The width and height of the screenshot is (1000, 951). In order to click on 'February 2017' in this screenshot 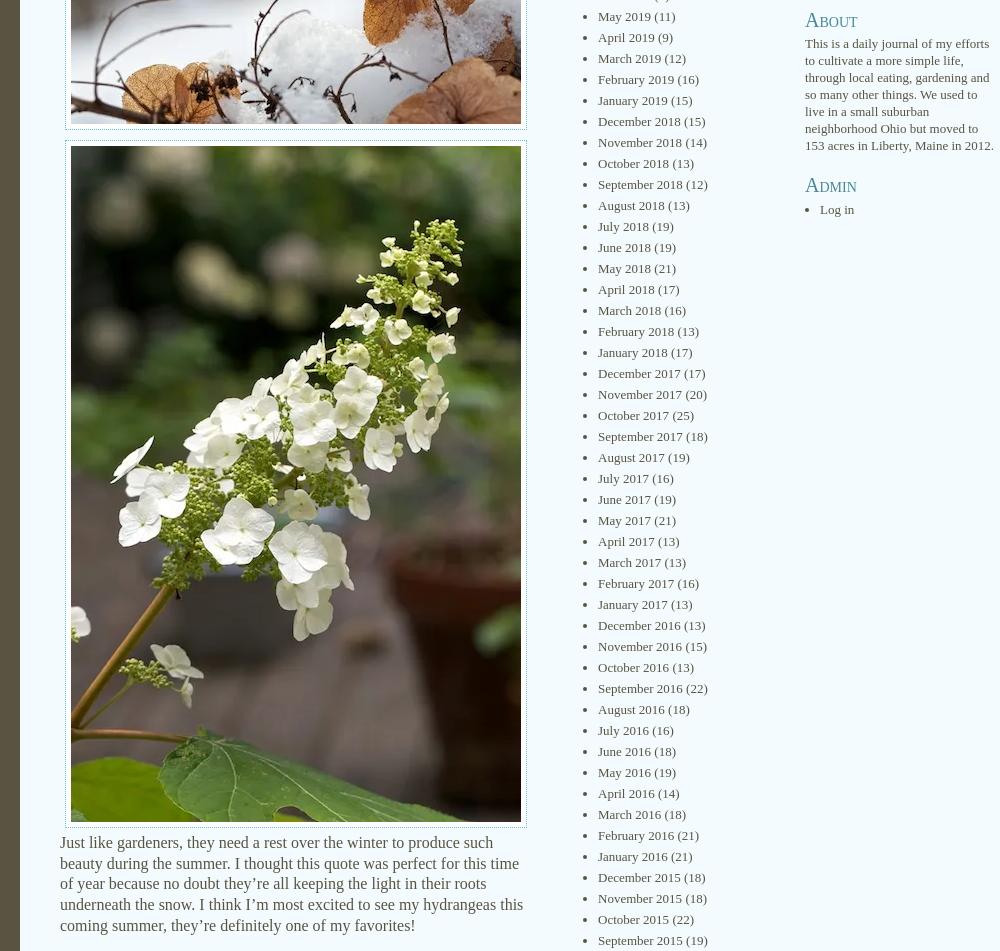, I will do `click(636, 582)`.